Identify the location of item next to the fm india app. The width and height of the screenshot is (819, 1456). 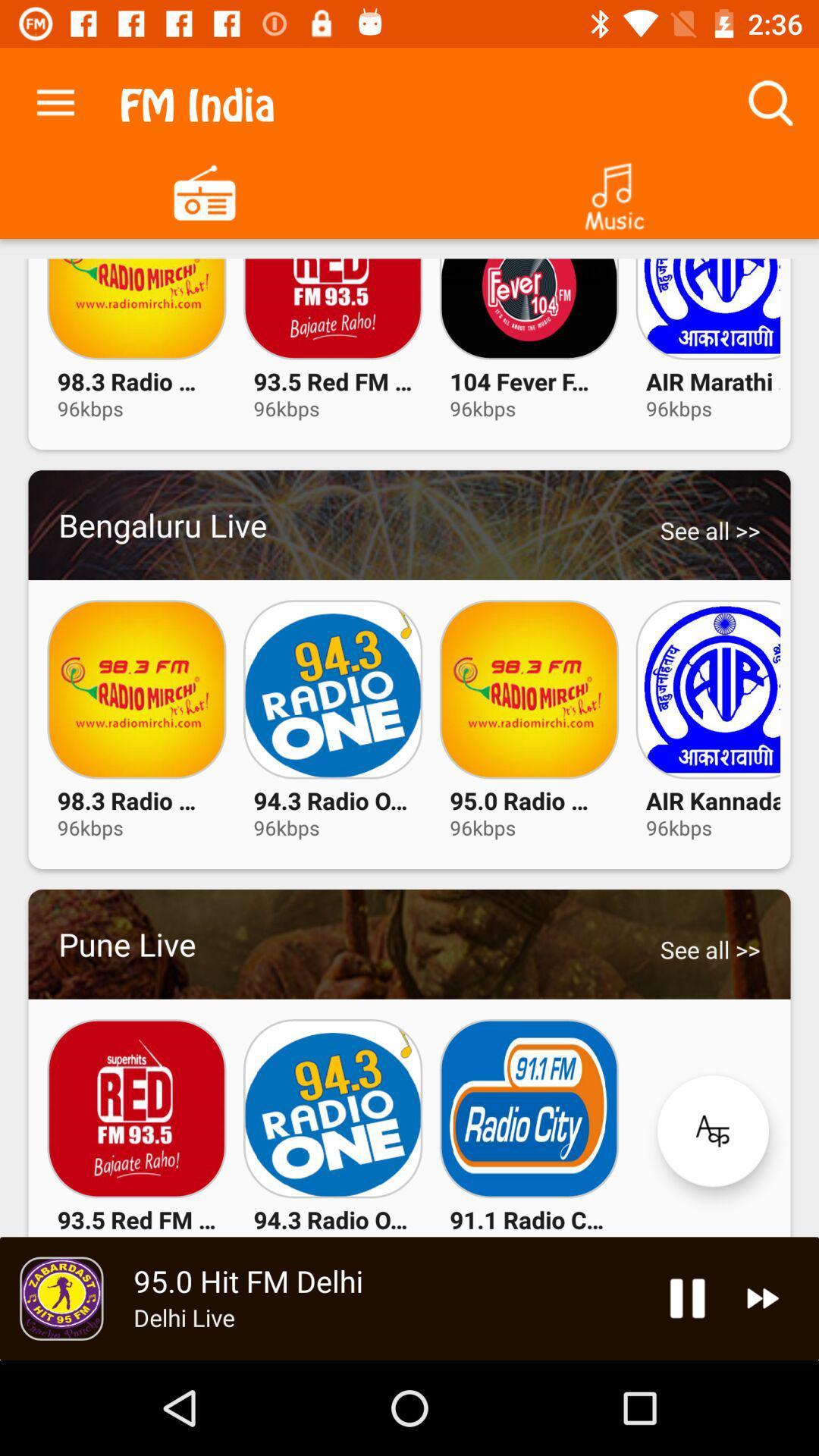
(55, 99).